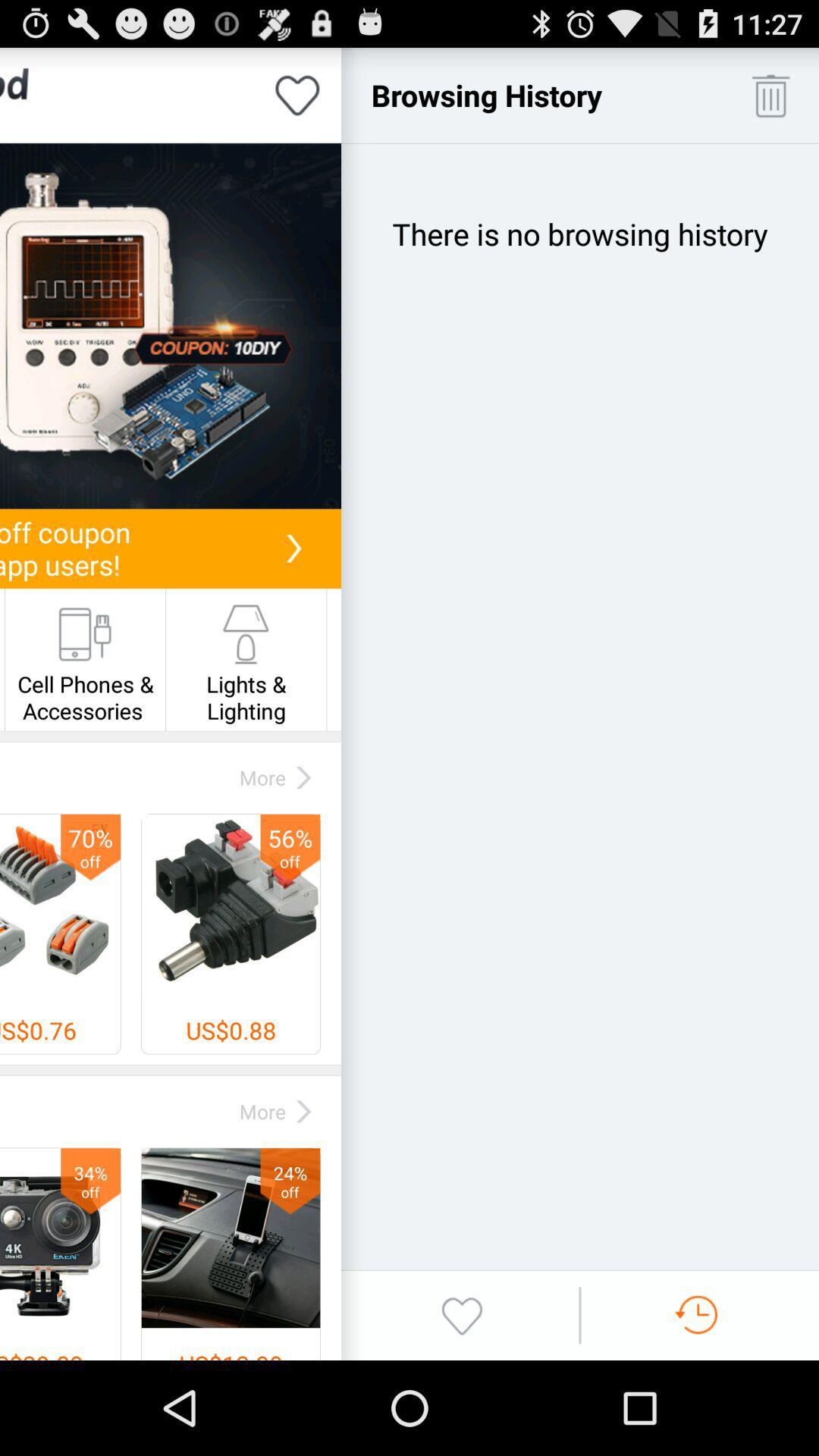 Image resolution: width=819 pixels, height=1456 pixels. What do you see at coordinates (297, 94) in the screenshot?
I see `indicate that you like the page` at bounding box center [297, 94].